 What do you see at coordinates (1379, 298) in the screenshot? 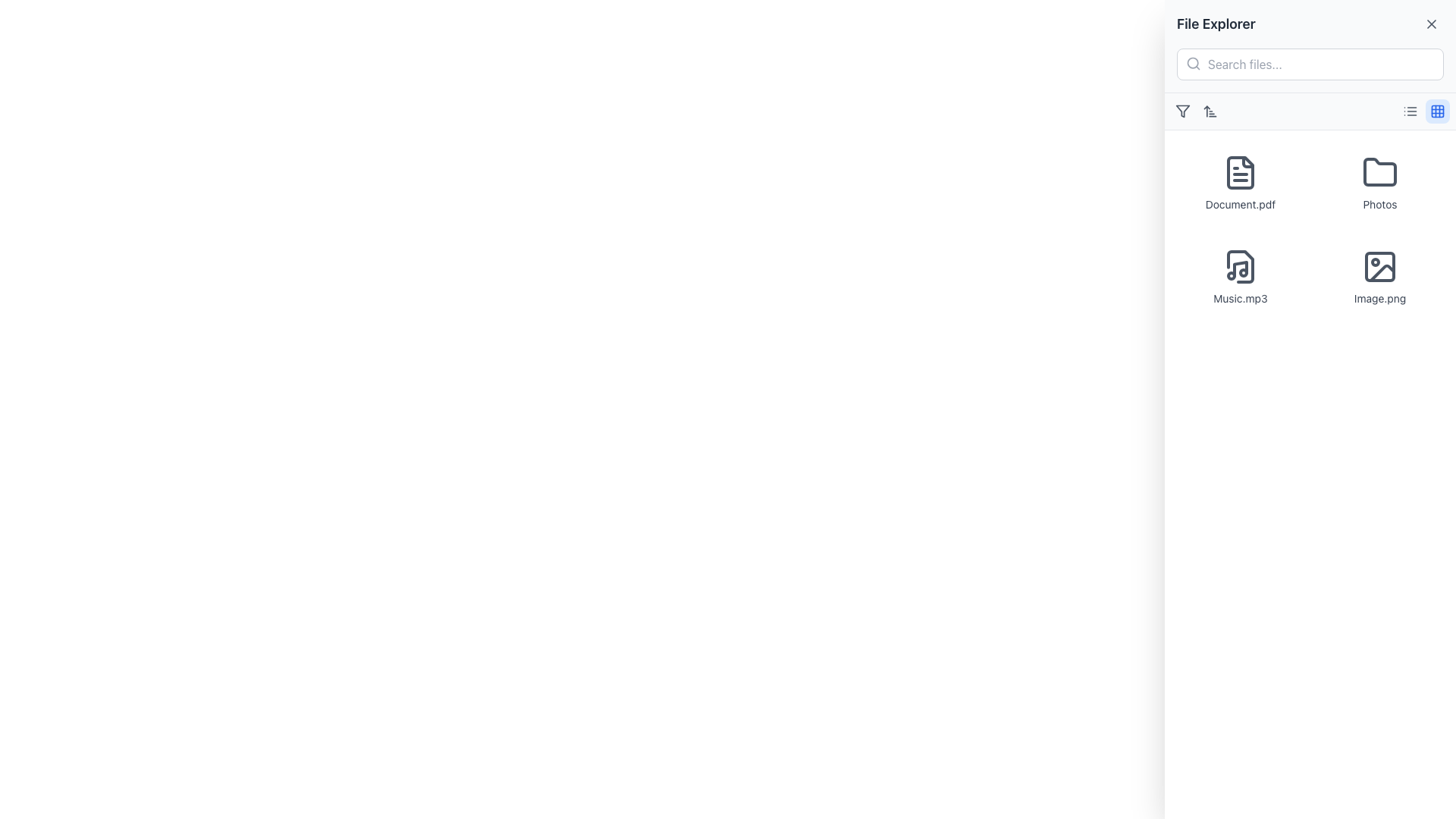
I see `text label displaying 'Image.png' which is styled in gray and located beneath an icon in a clickable panel` at bounding box center [1379, 298].